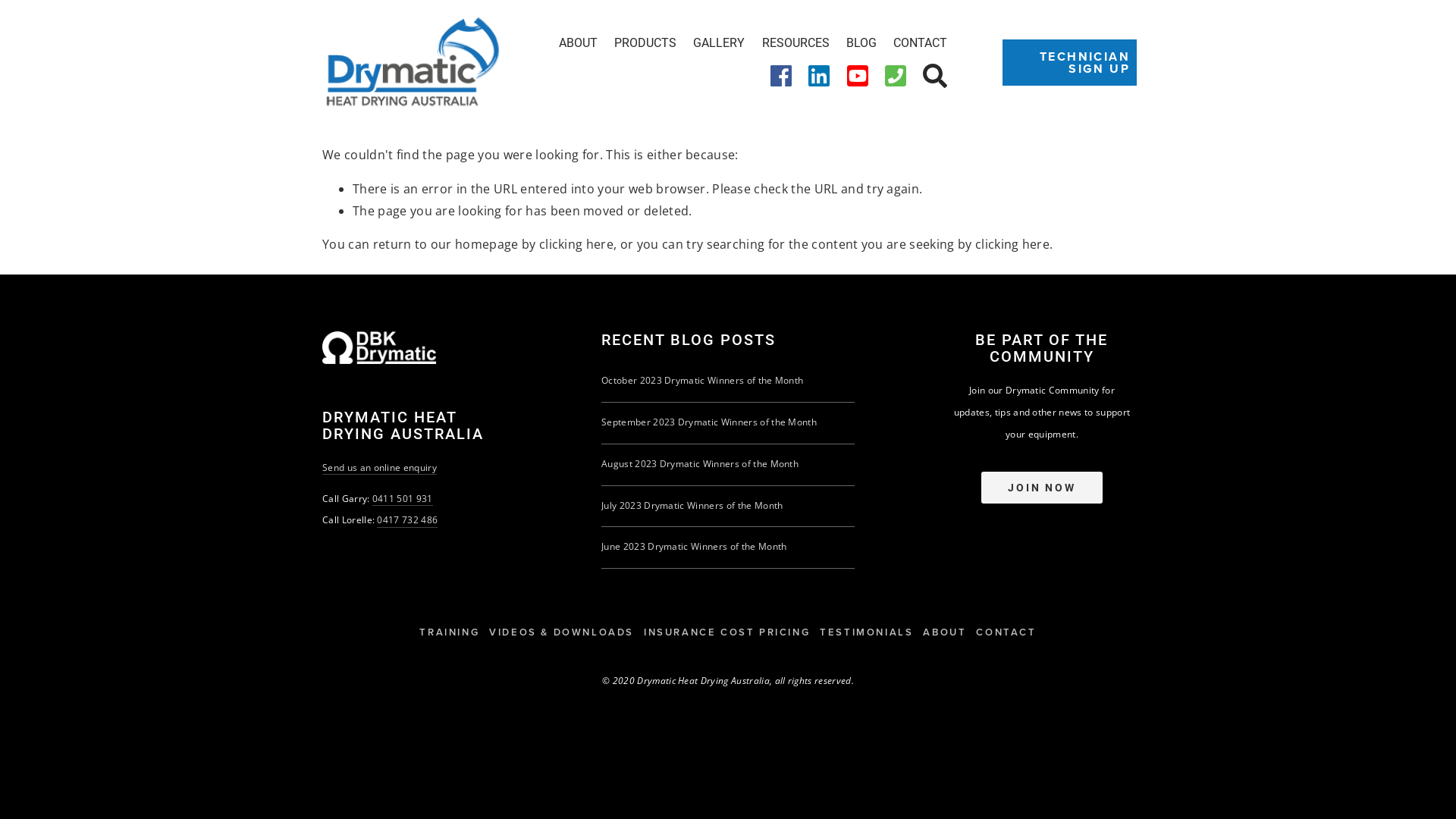  I want to click on 'TECHNICIAN SIGN UP', so click(1068, 62).